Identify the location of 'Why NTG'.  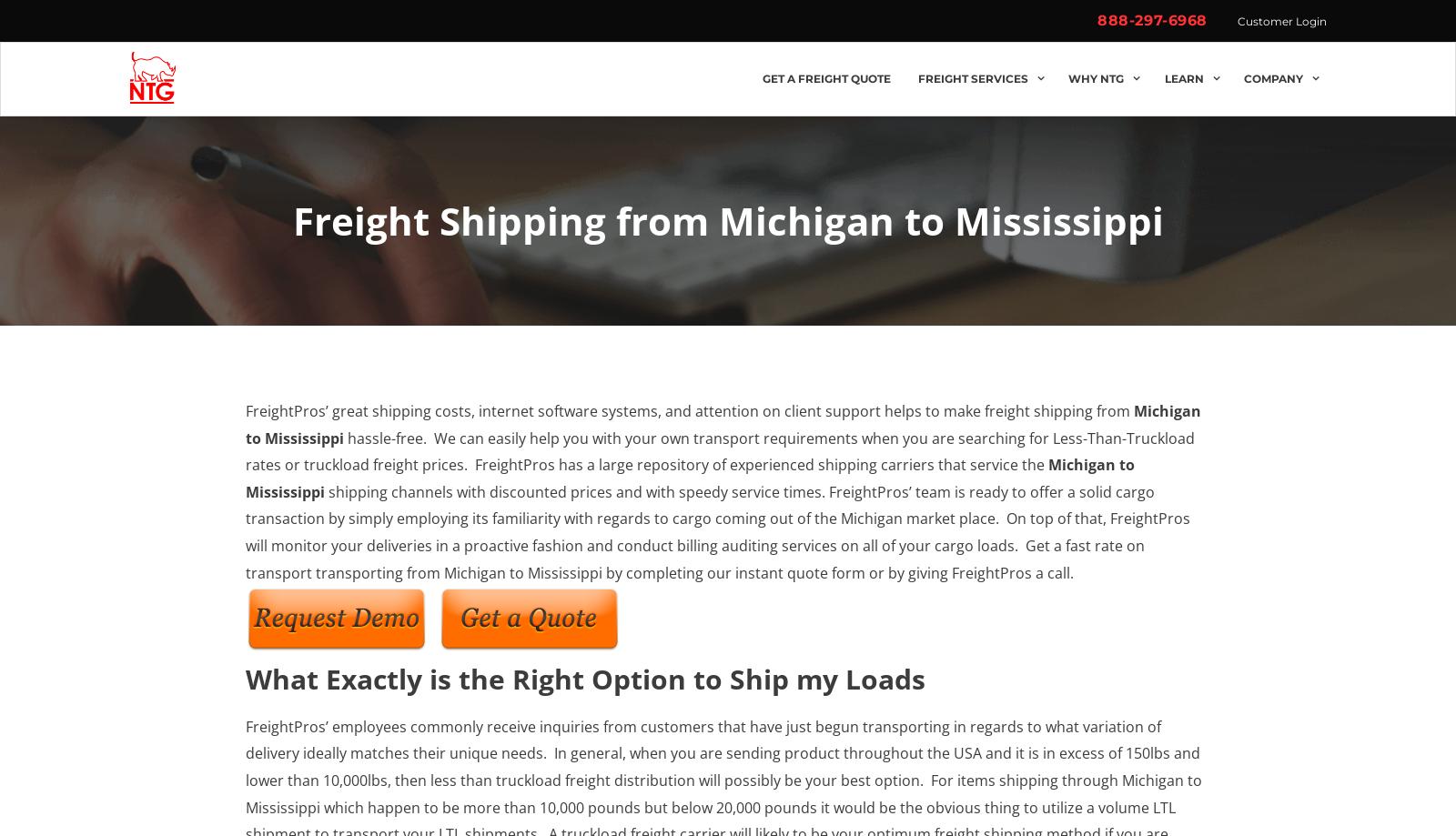
(1095, 77).